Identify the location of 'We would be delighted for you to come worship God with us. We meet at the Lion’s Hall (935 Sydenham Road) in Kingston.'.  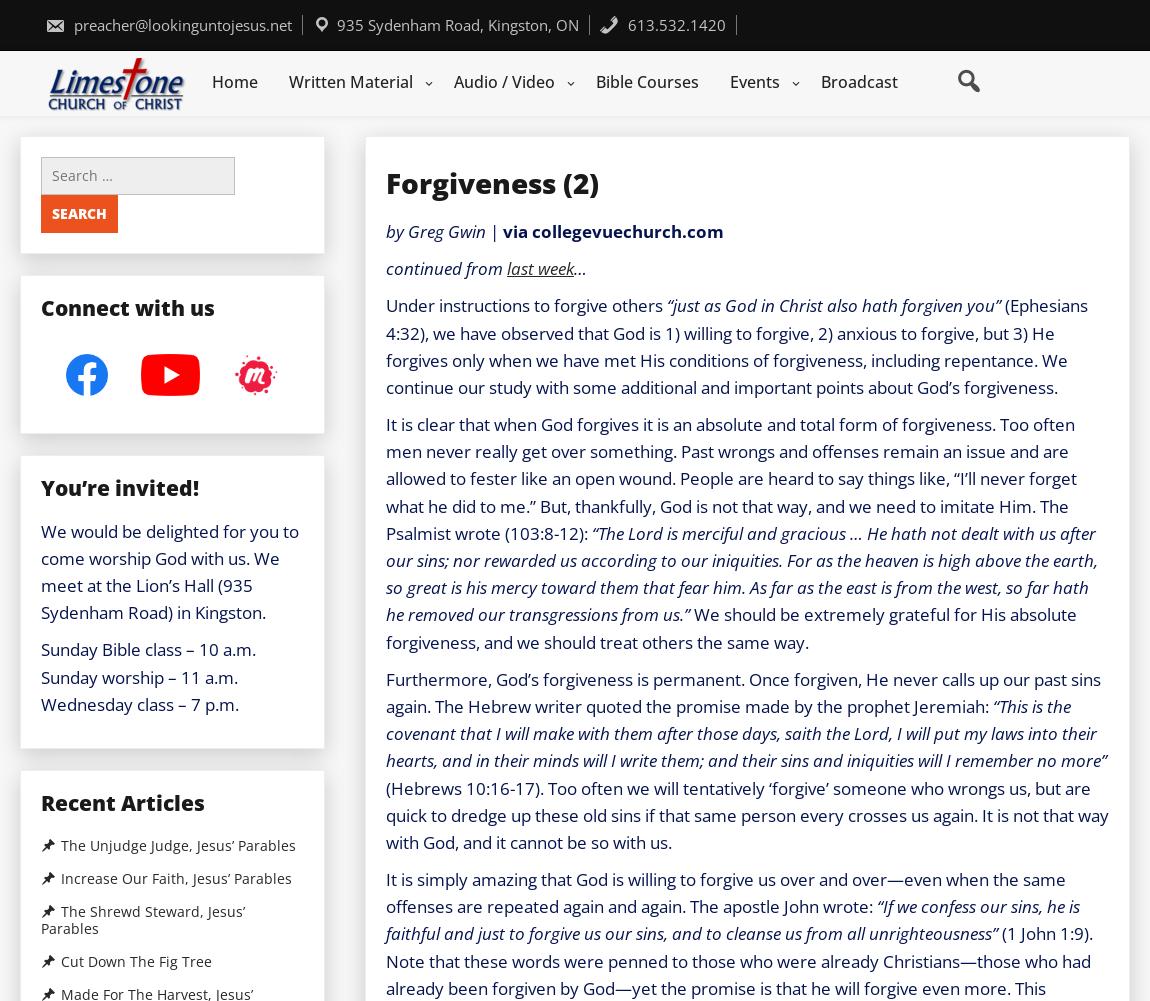
(168, 570).